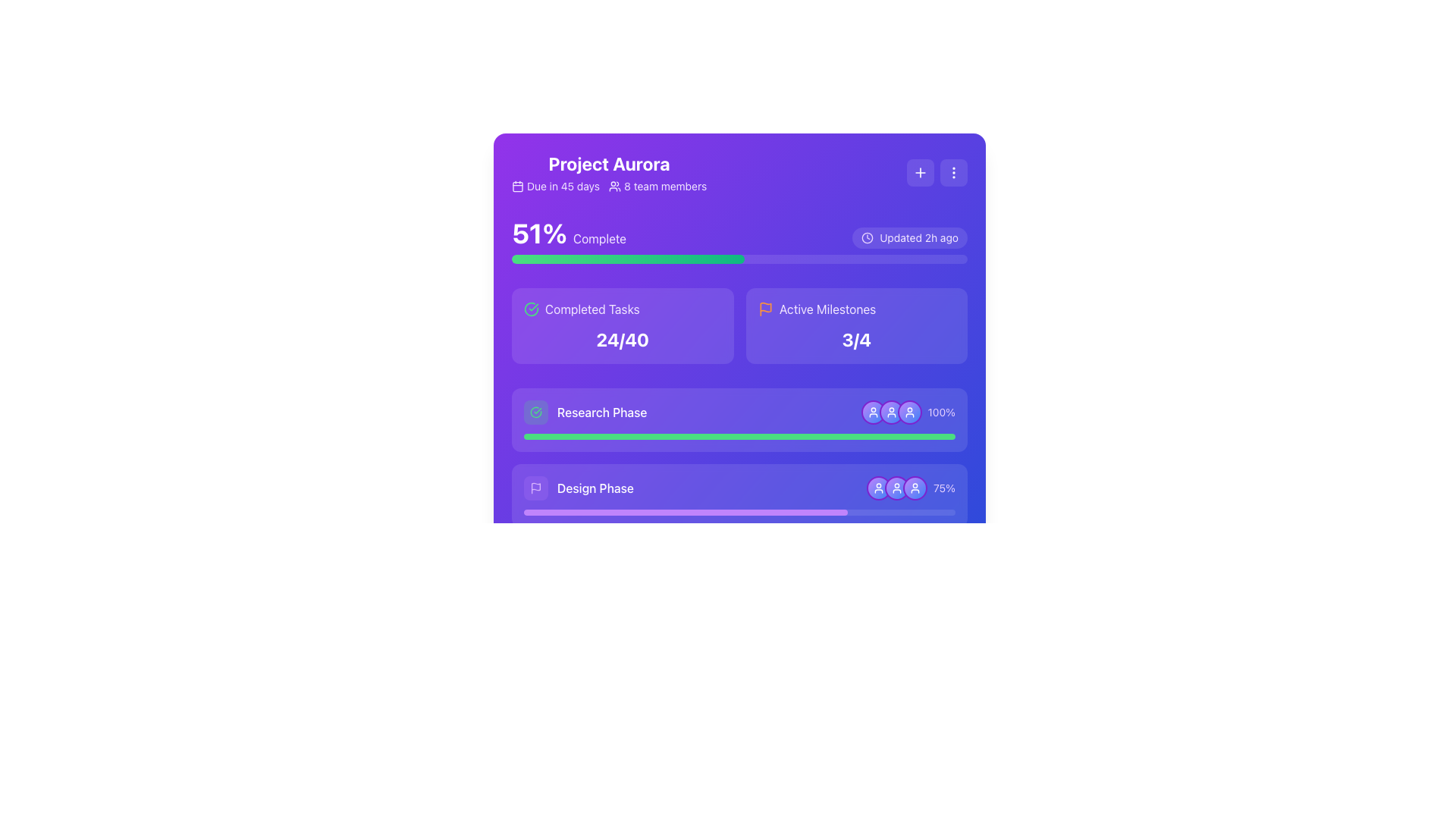  What do you see at coordinates (609, 186) in the screenshot?
I see `the text-based grouping element below the title 'Project Aurora', which displays 'Due in 45 days' with a calendar icon and '8 team members' with a user icon, both in a purple hue` at bounding box center [609, 186].